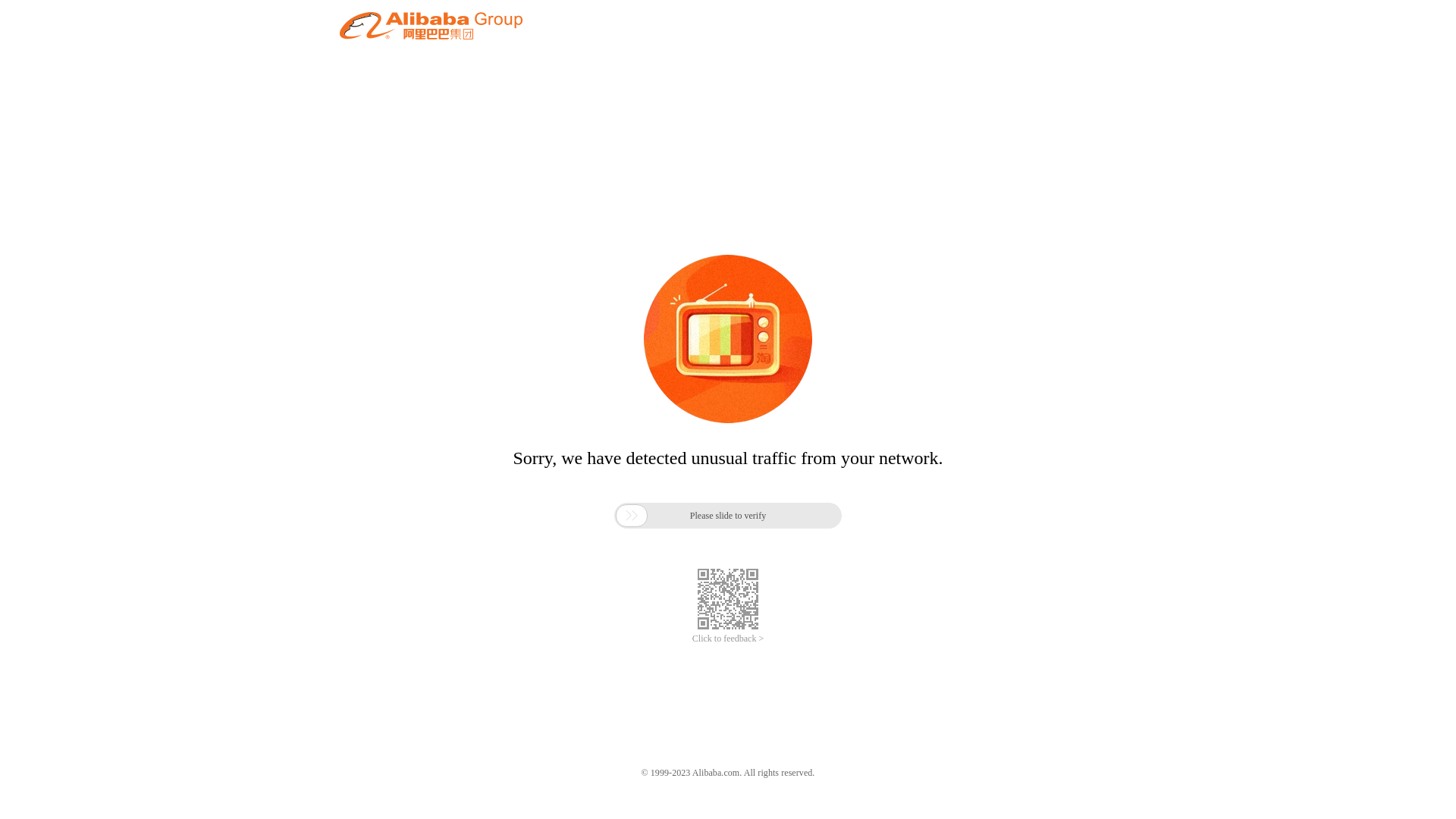 This screenshot has width=1456, height=819. Describe the element at coordinates (728, 639) in the screenshot. I see `'Click to feedback >'` at that location.